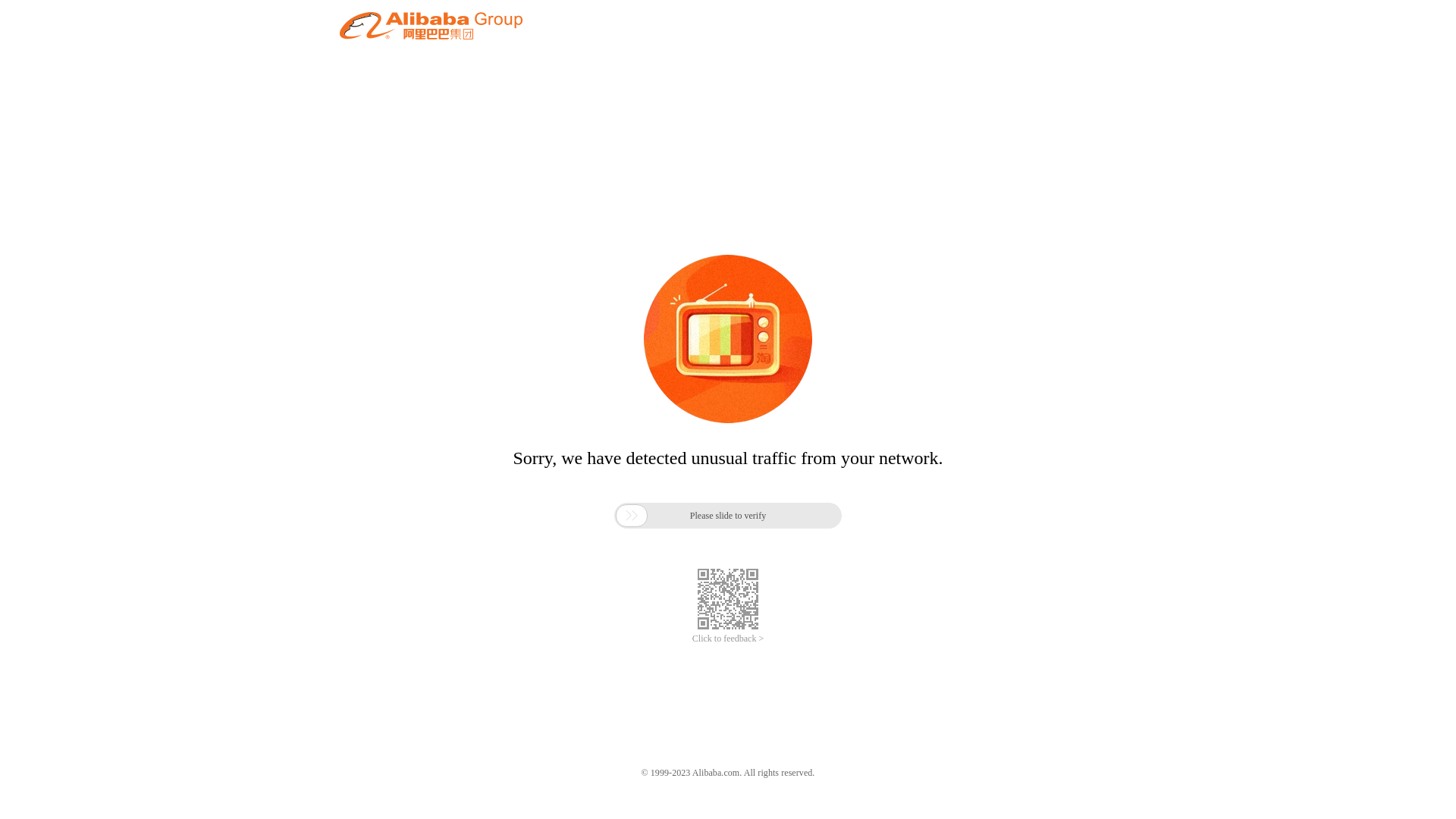 This screenshot has width=1456, height=819. Describe the element at coordinates (728, 639) in the screenshot. I see `'Click to feedback >'` at that location.